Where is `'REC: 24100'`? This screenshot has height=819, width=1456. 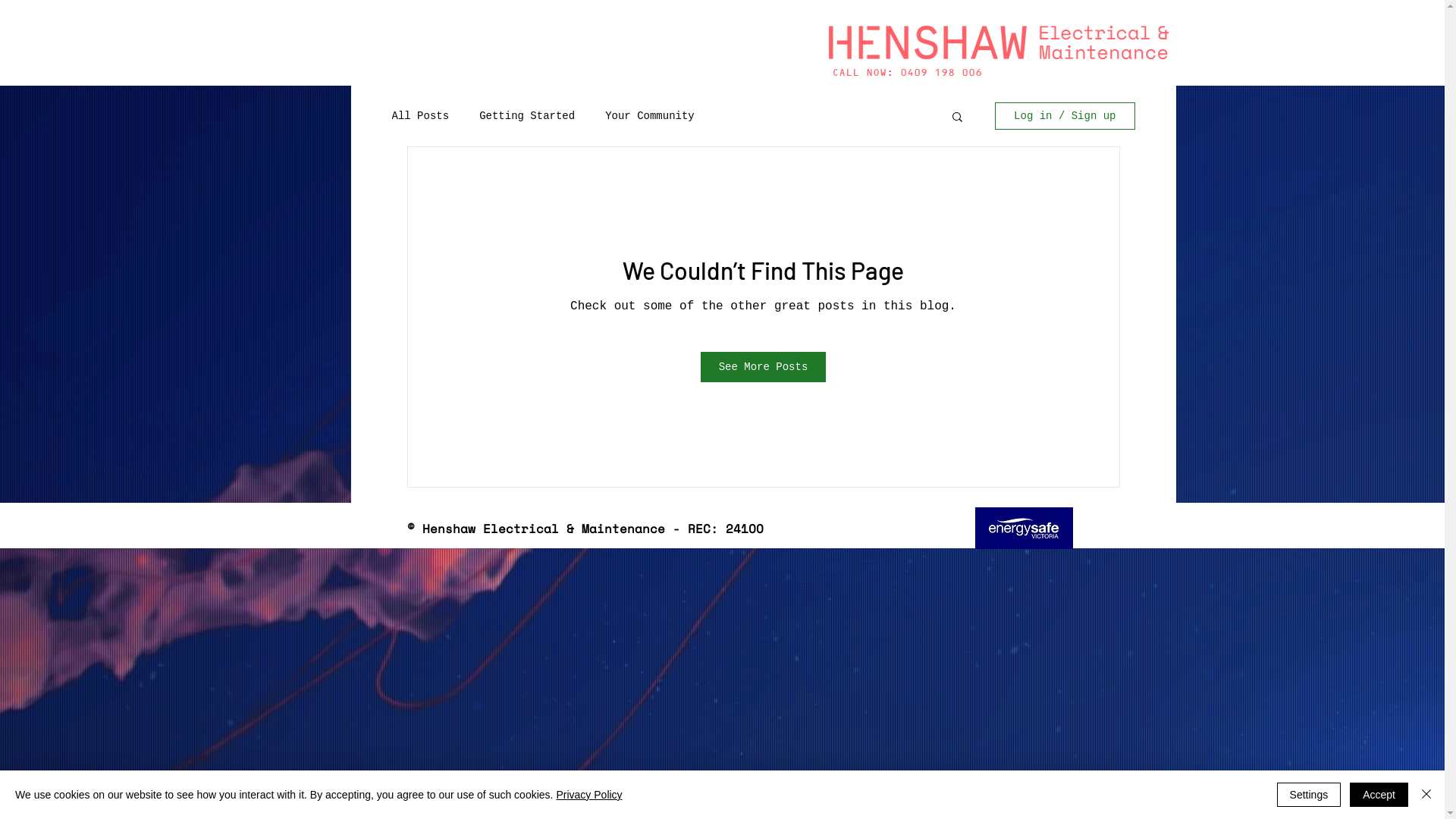 'REC: 24100' is located at coordinates (1024, 527).